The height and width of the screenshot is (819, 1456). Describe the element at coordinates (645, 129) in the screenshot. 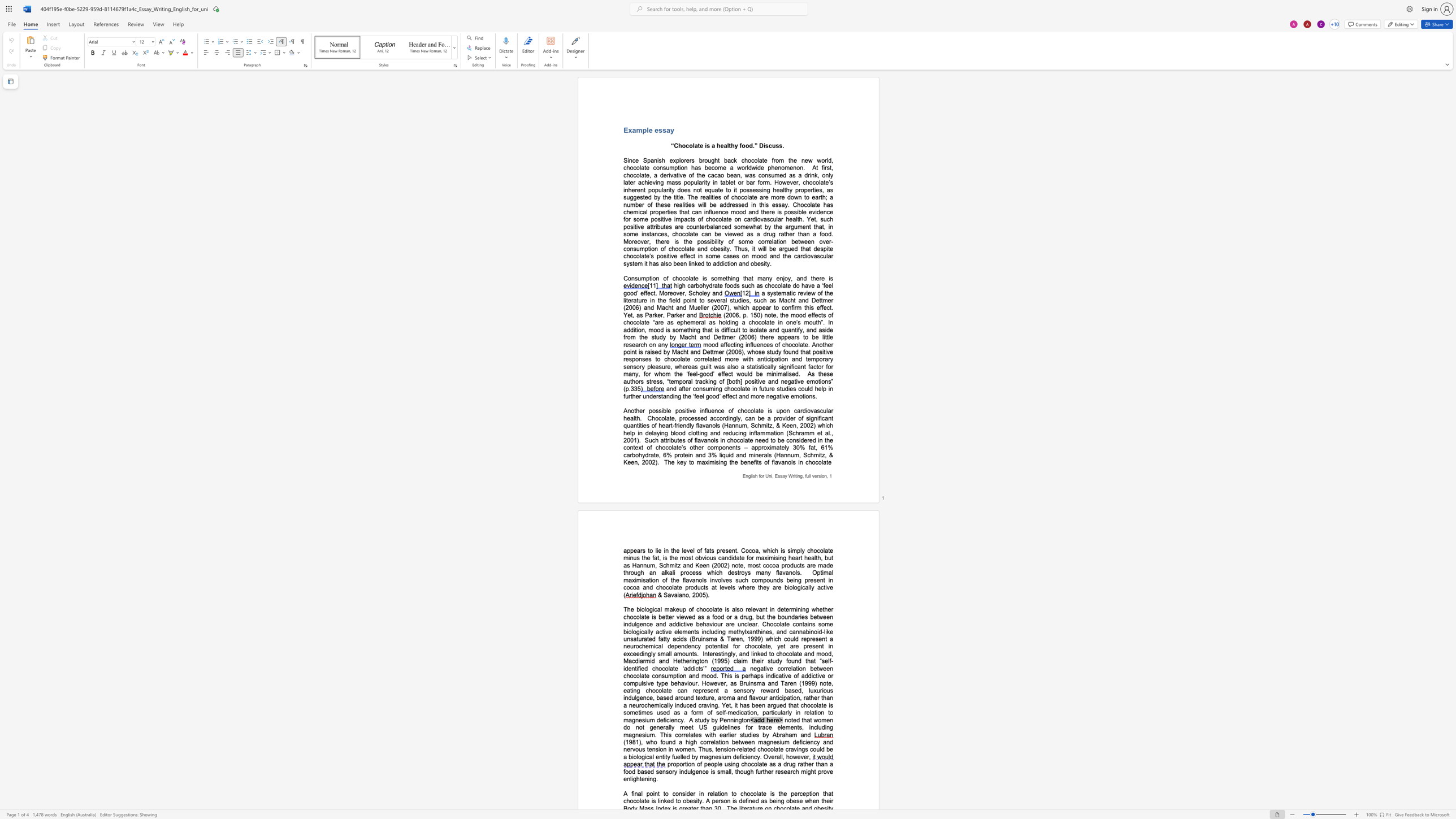

I see `the space between the continuous character "p" and "l" in the text` at that location.